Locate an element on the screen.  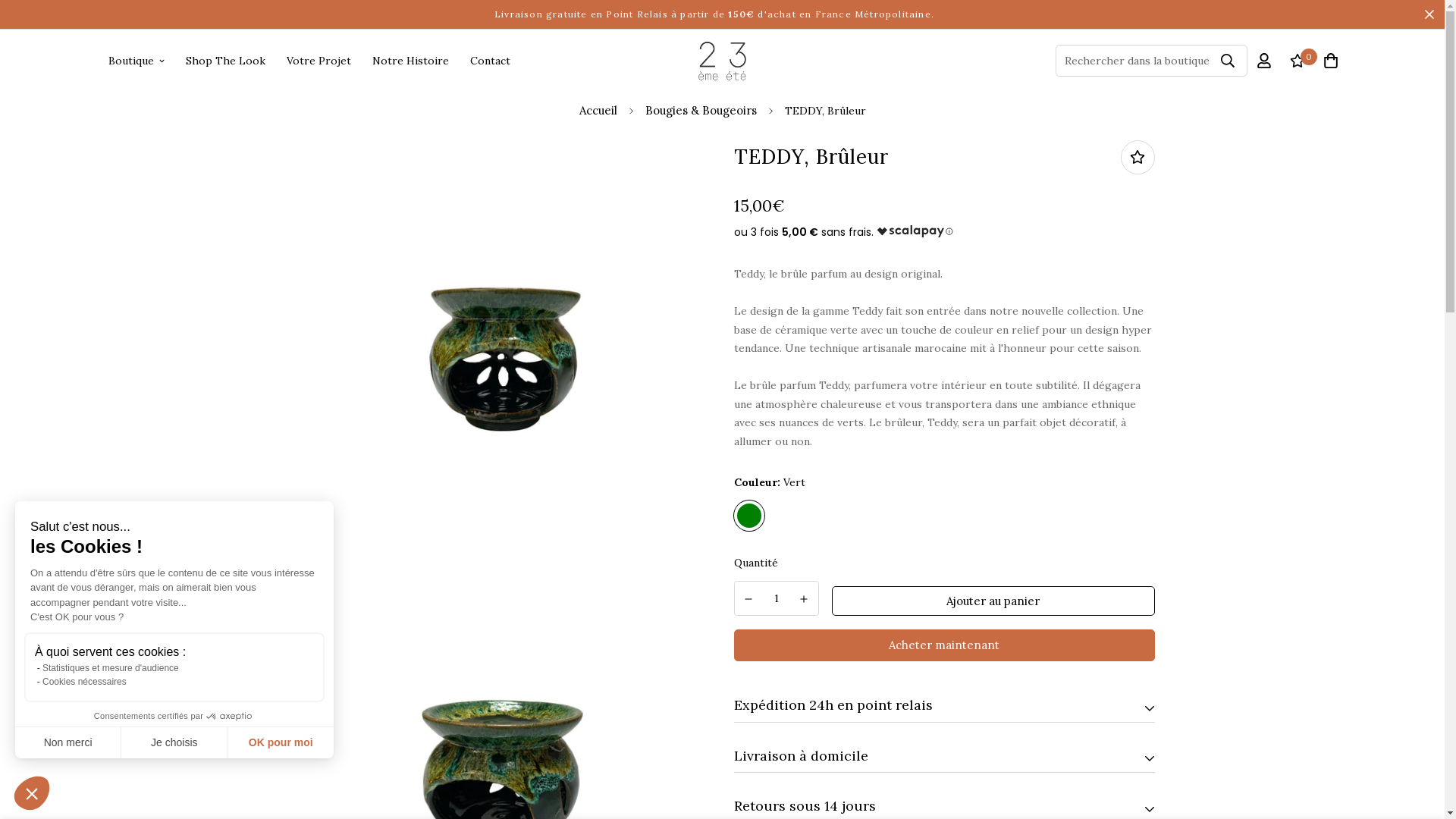
'Shop The Look' is located at coordinates (224, 60).